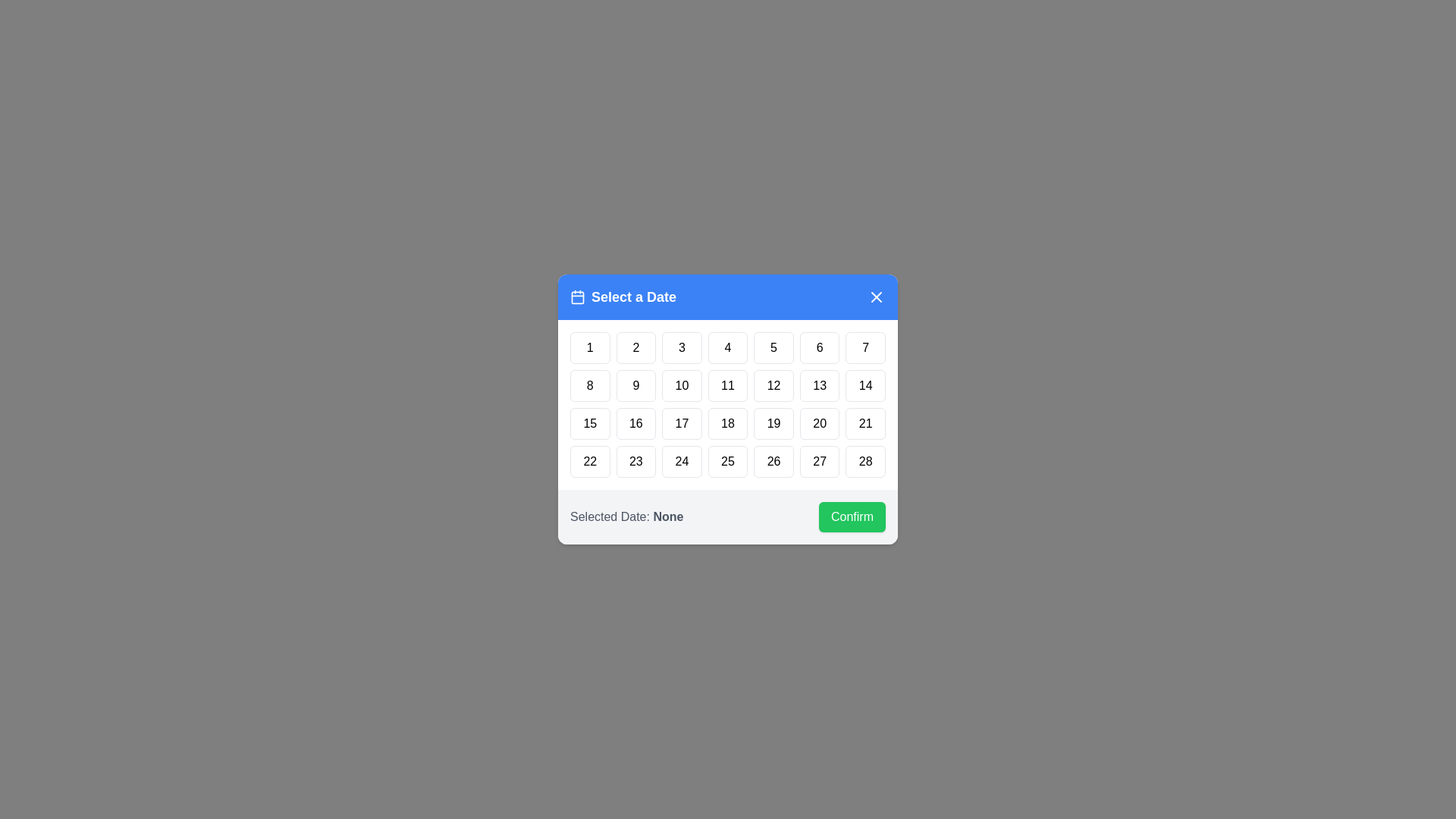  I want to click on the day button labeled 14 to highlight it, so click(866, 385).